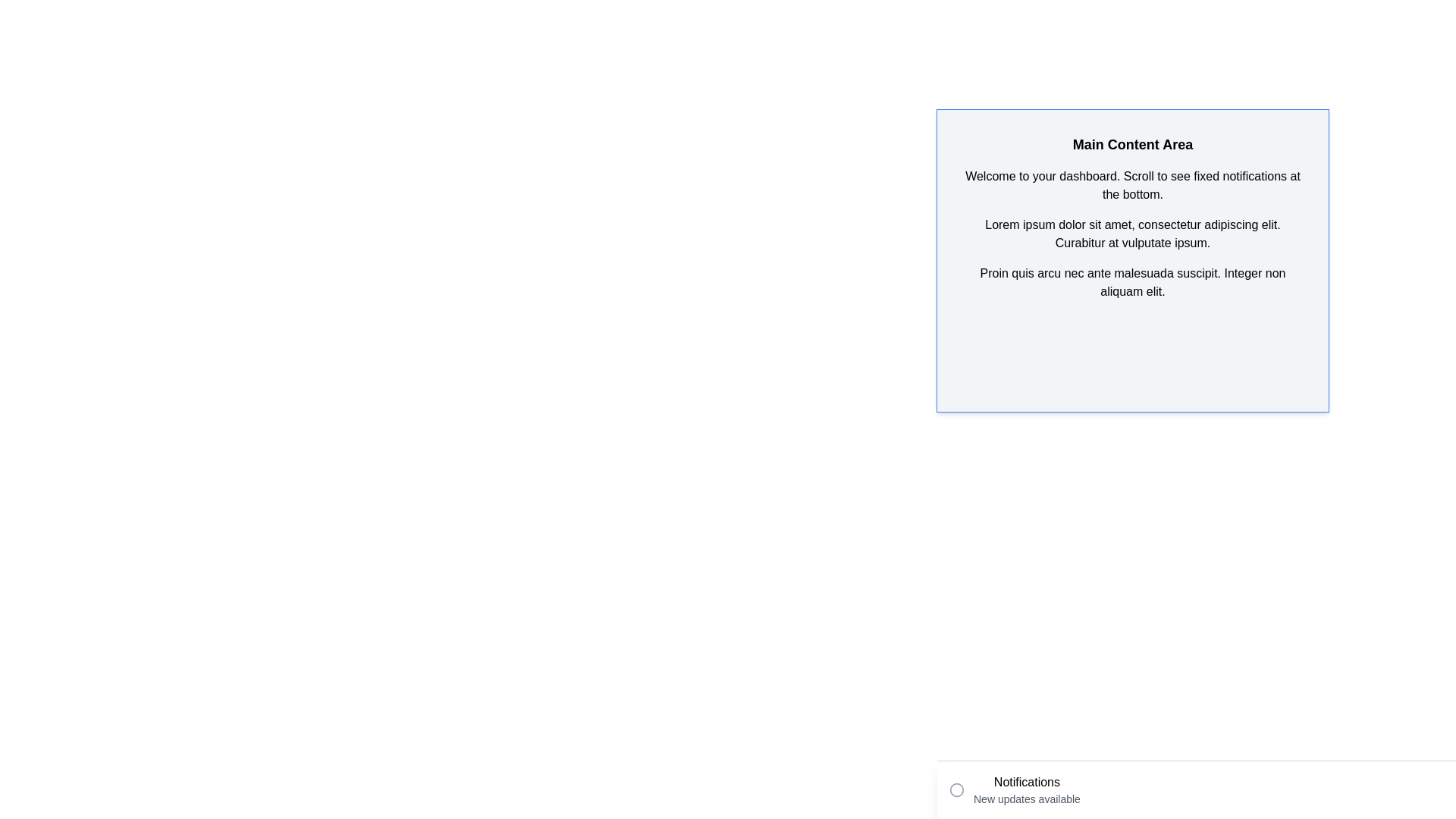  What do you see at coordinates (1132, 145) in the screenshot?
I see `the title 'Main Content Area', which is styled with bold and large font and is positioned at the top of the section above the paragraph about the dashboard` at bounding box center [1132, 145].